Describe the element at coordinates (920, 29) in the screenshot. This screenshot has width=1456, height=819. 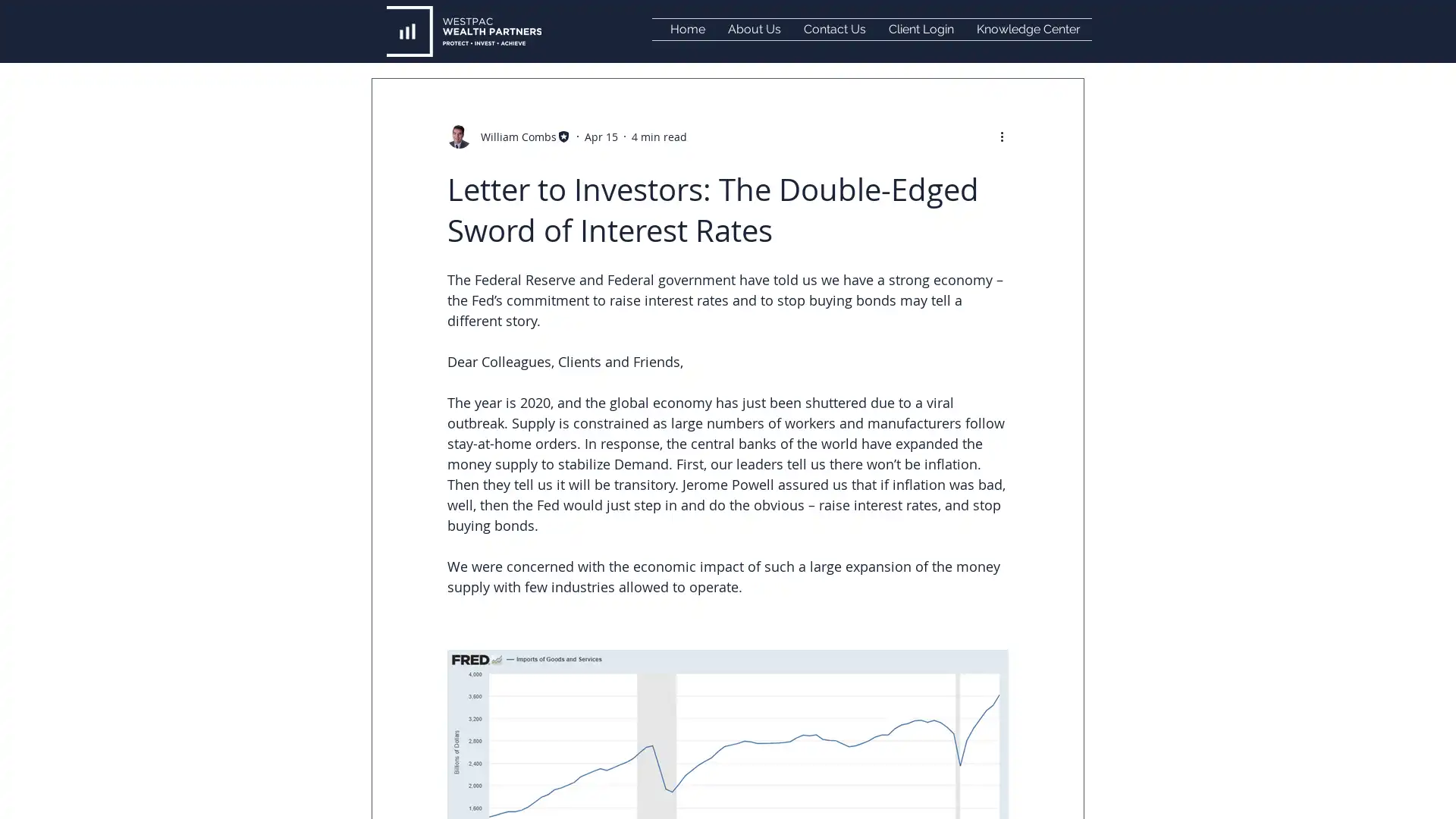
I see `Client Login` at that location.